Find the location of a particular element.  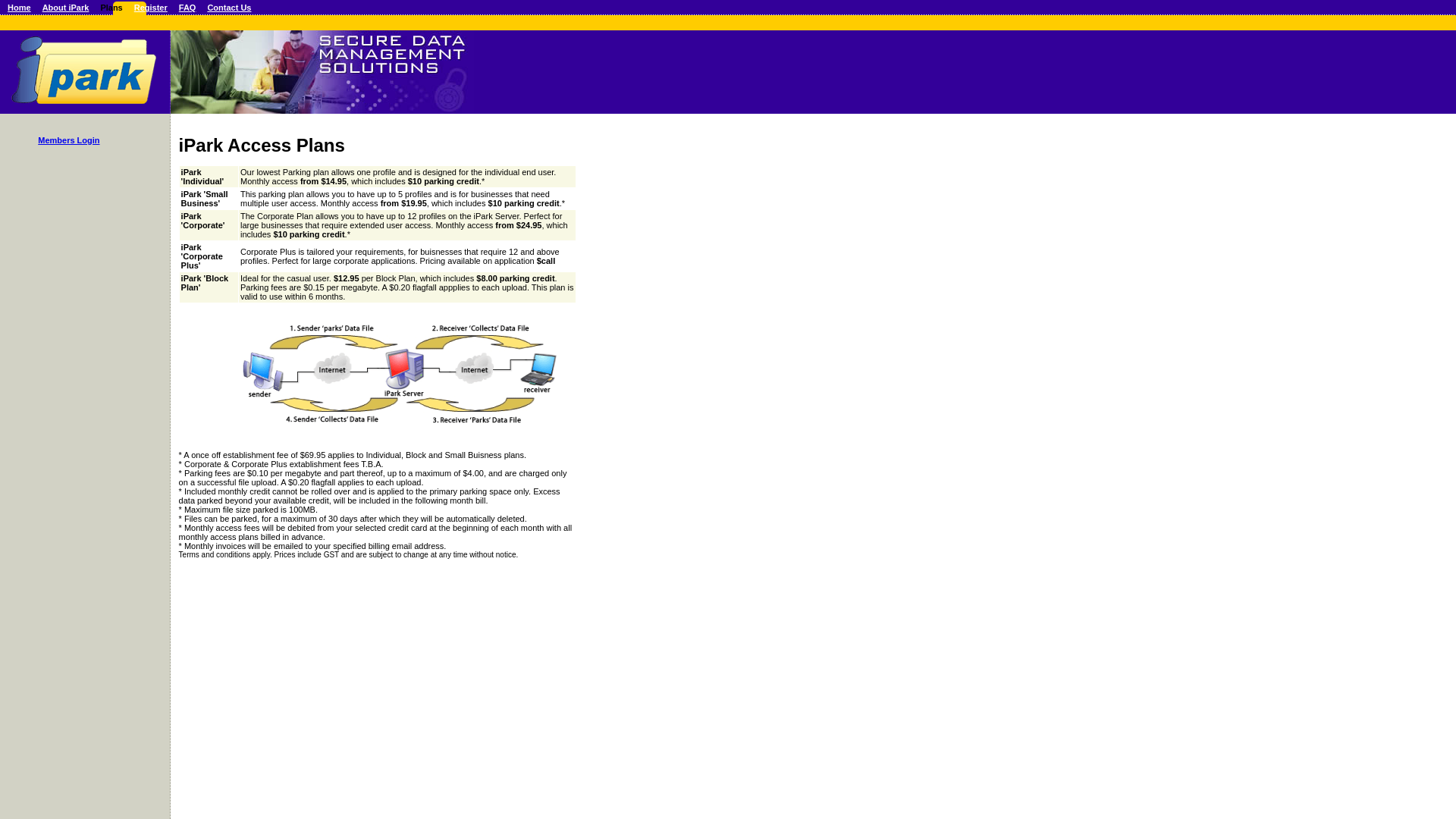

'Contact Us' is located at coordinates (206, 8).